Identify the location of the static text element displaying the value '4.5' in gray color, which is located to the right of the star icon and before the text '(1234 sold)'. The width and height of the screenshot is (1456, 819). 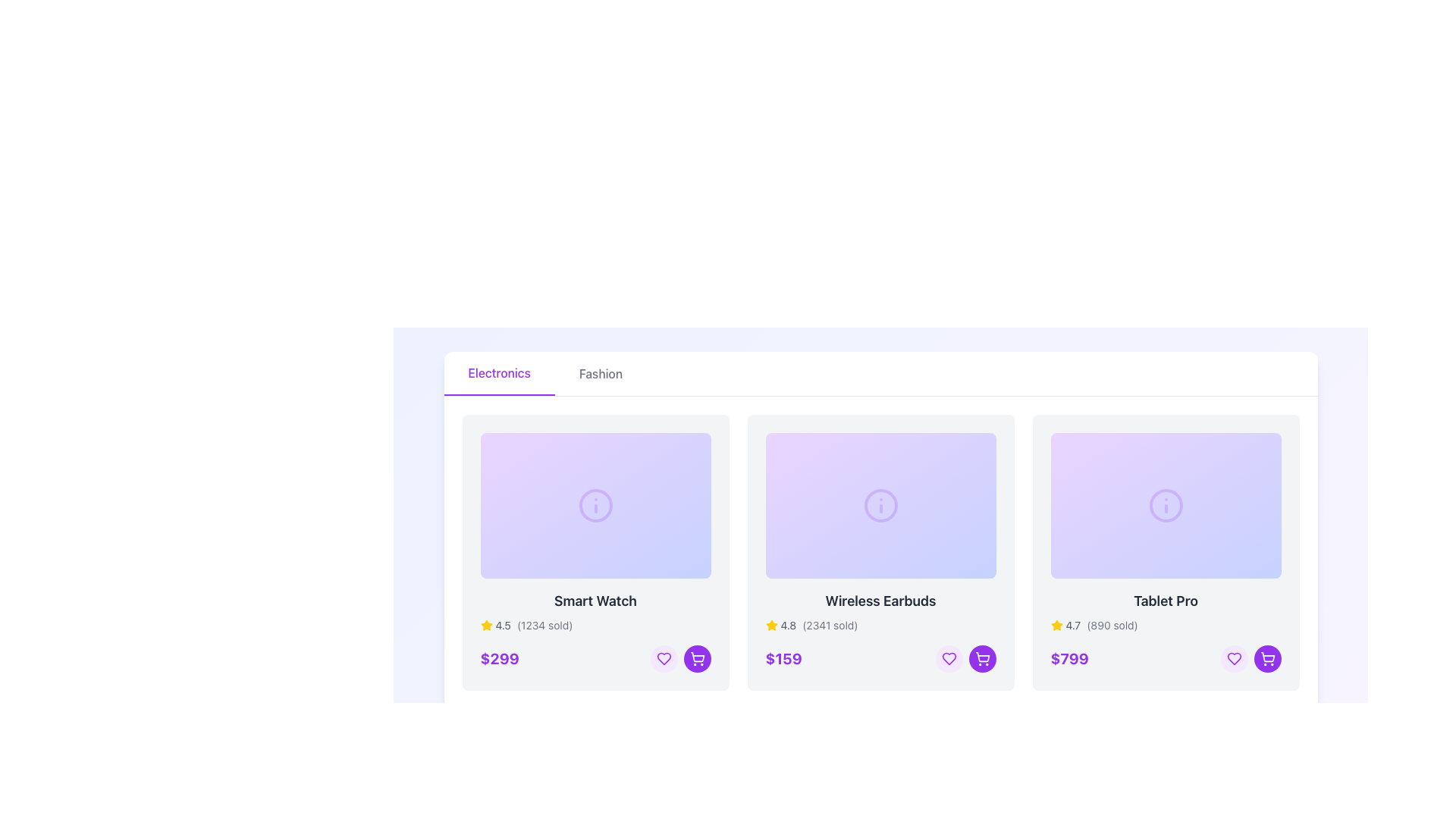
(503, 626).